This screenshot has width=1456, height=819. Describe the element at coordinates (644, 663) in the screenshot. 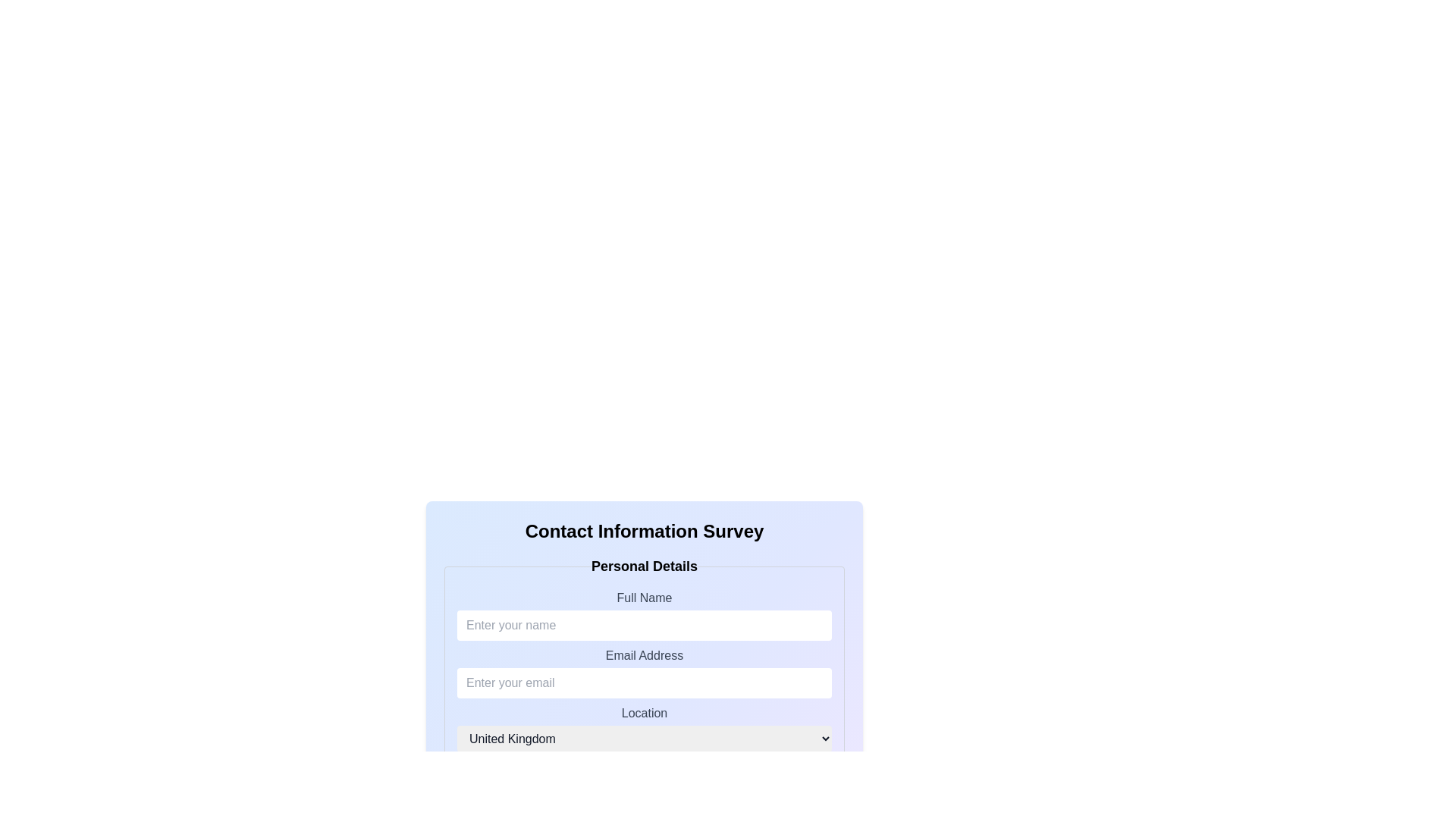

I see `a location from the dropdown menu in the 'Personal Details' section, which contains input fields for 'Full Name' and 'Email Address'` at that location.